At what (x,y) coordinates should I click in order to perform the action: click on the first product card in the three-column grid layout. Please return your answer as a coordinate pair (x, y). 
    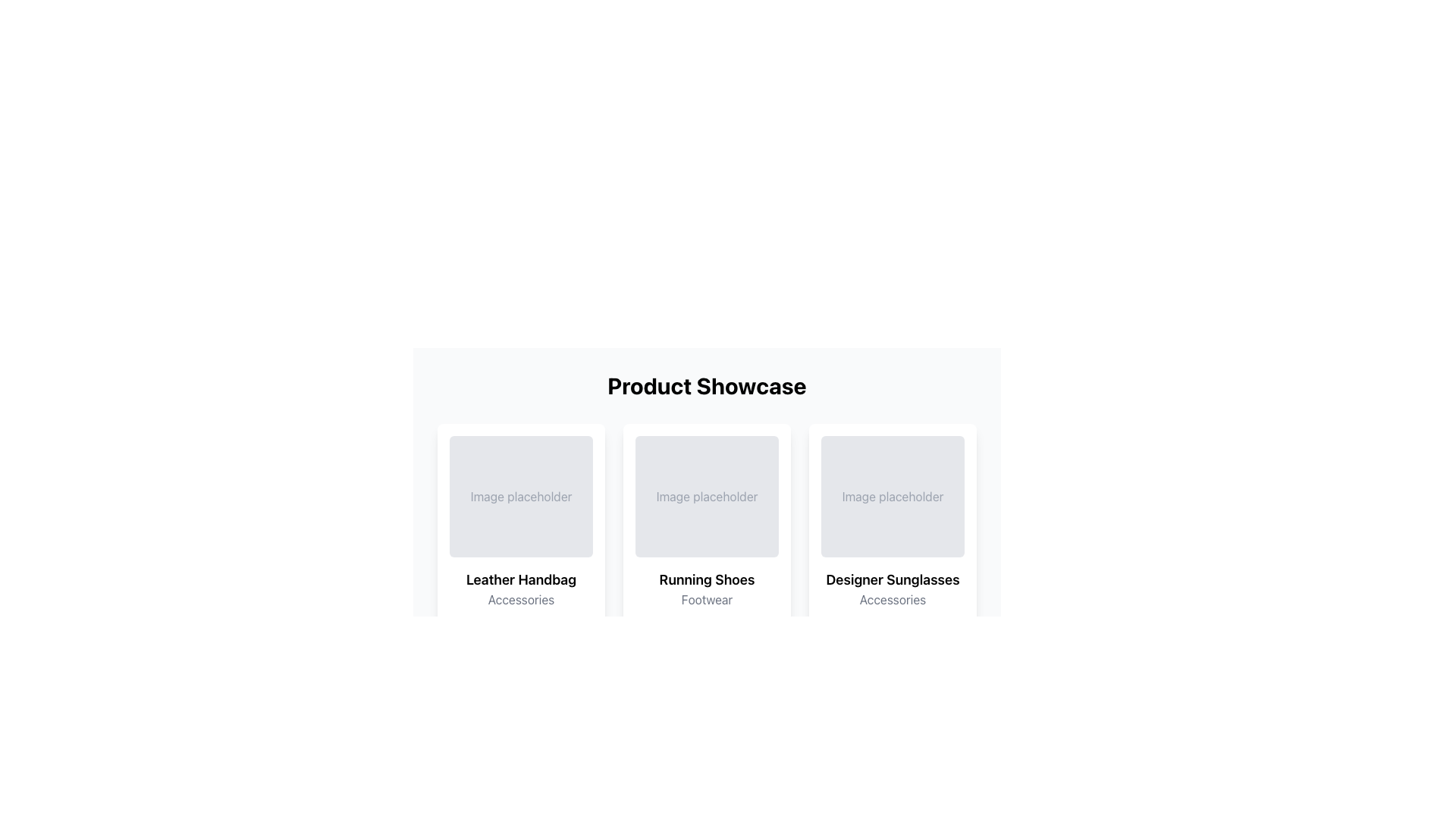
    Looking at the image, I should click on (521, 587).